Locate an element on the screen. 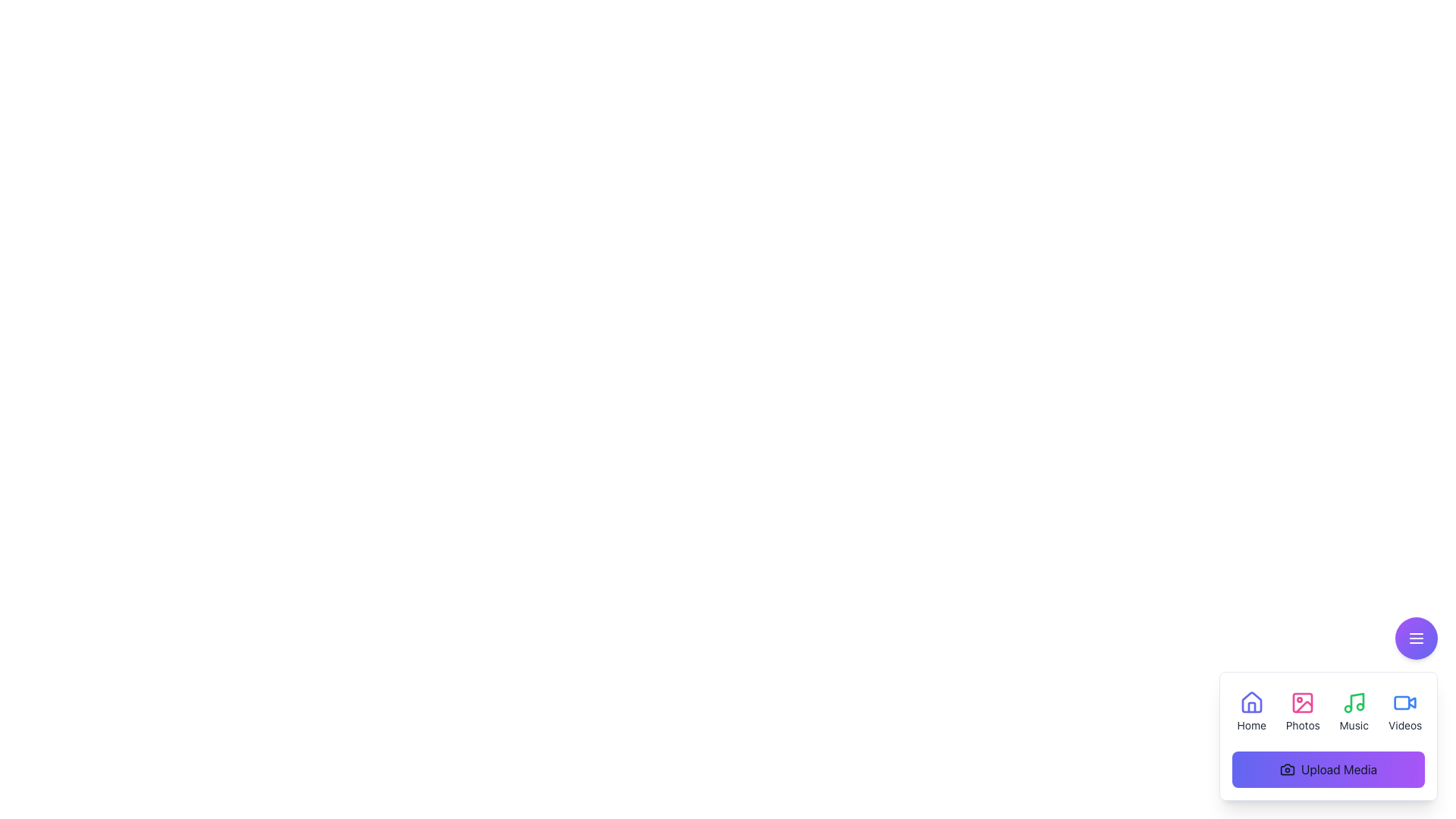  the green music-note icon located in the bottom-right toolbar is located at coordinates (1354, 702).